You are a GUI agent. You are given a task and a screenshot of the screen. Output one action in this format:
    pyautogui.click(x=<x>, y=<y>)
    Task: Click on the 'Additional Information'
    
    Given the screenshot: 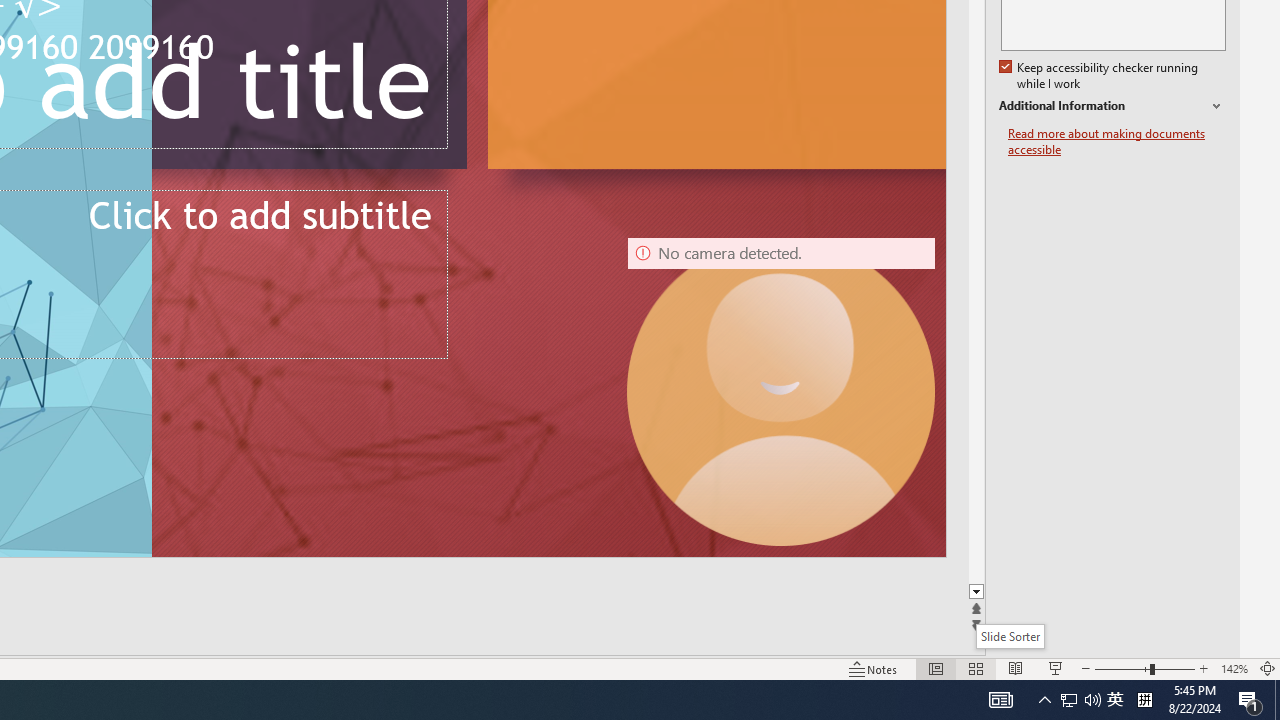 What is the action you would take?
    pyautogui.click(x=1111, y=106)
    